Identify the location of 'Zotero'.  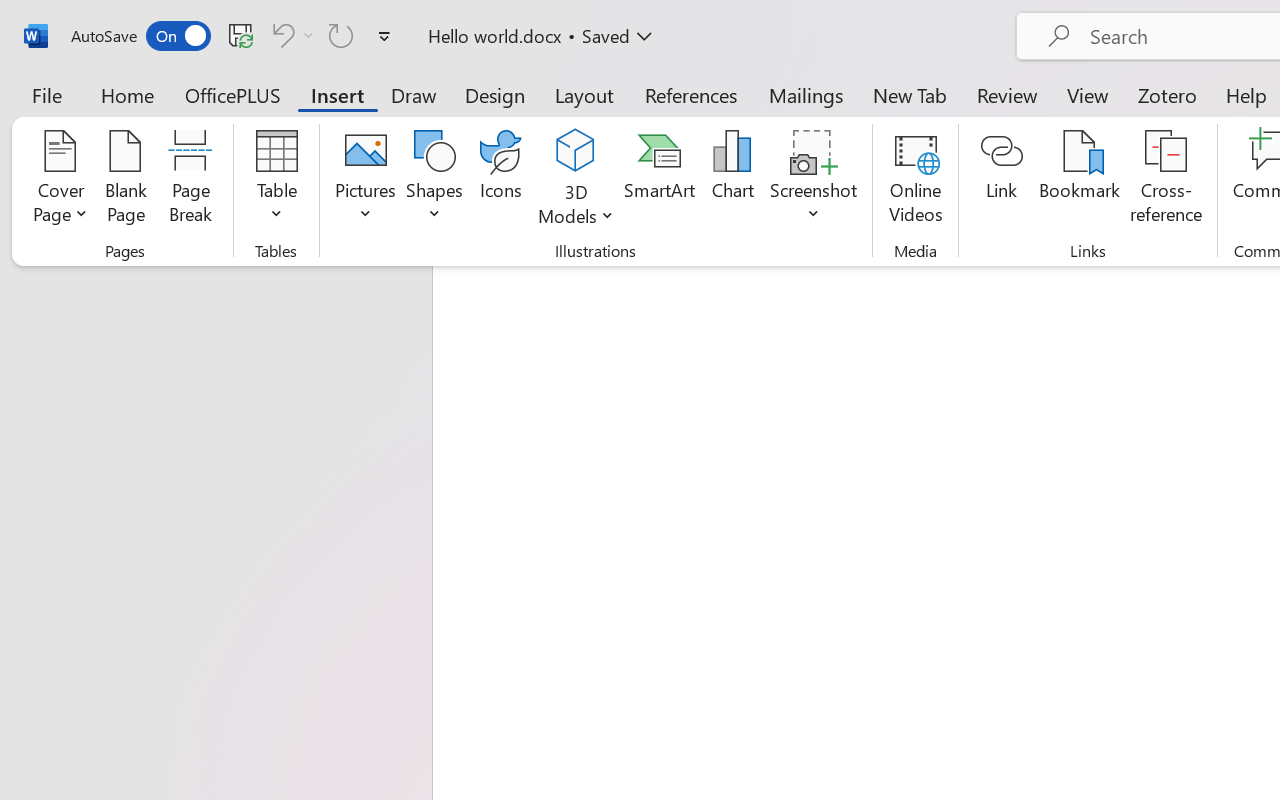
(1167, 94).